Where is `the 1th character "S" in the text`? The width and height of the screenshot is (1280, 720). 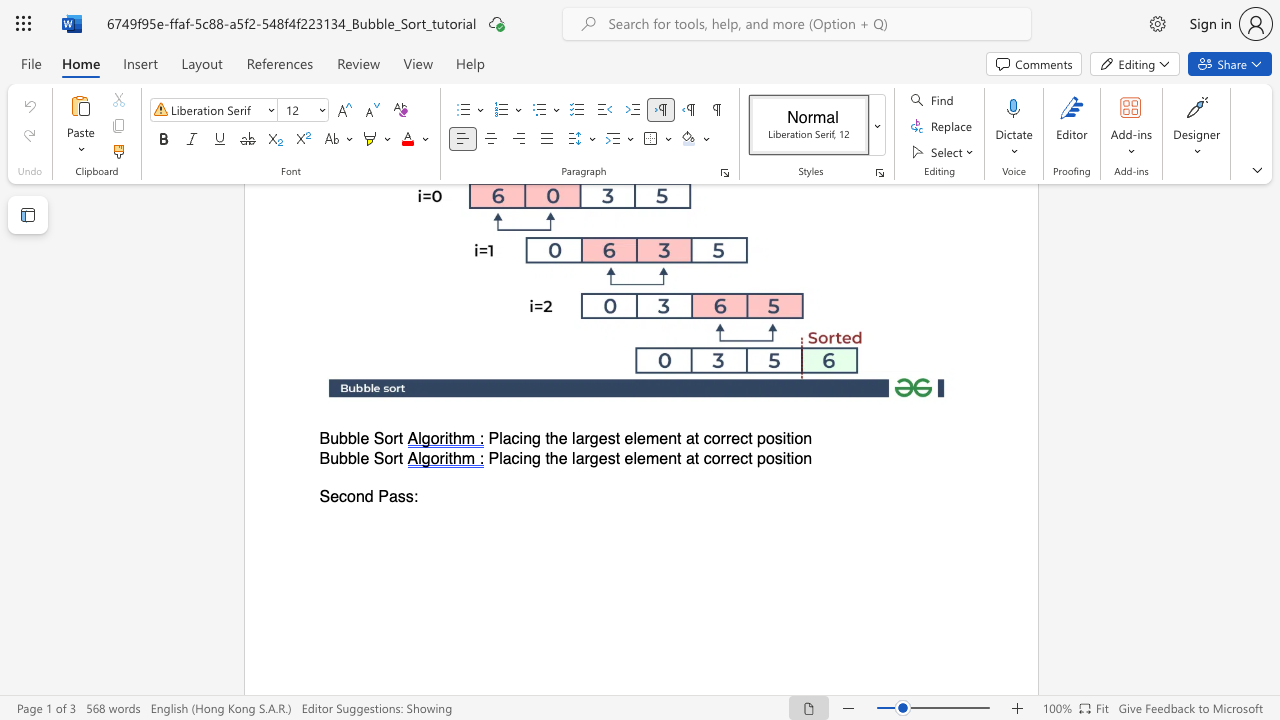
the 1th character "S" in the text is located at coordinates (379, 438).